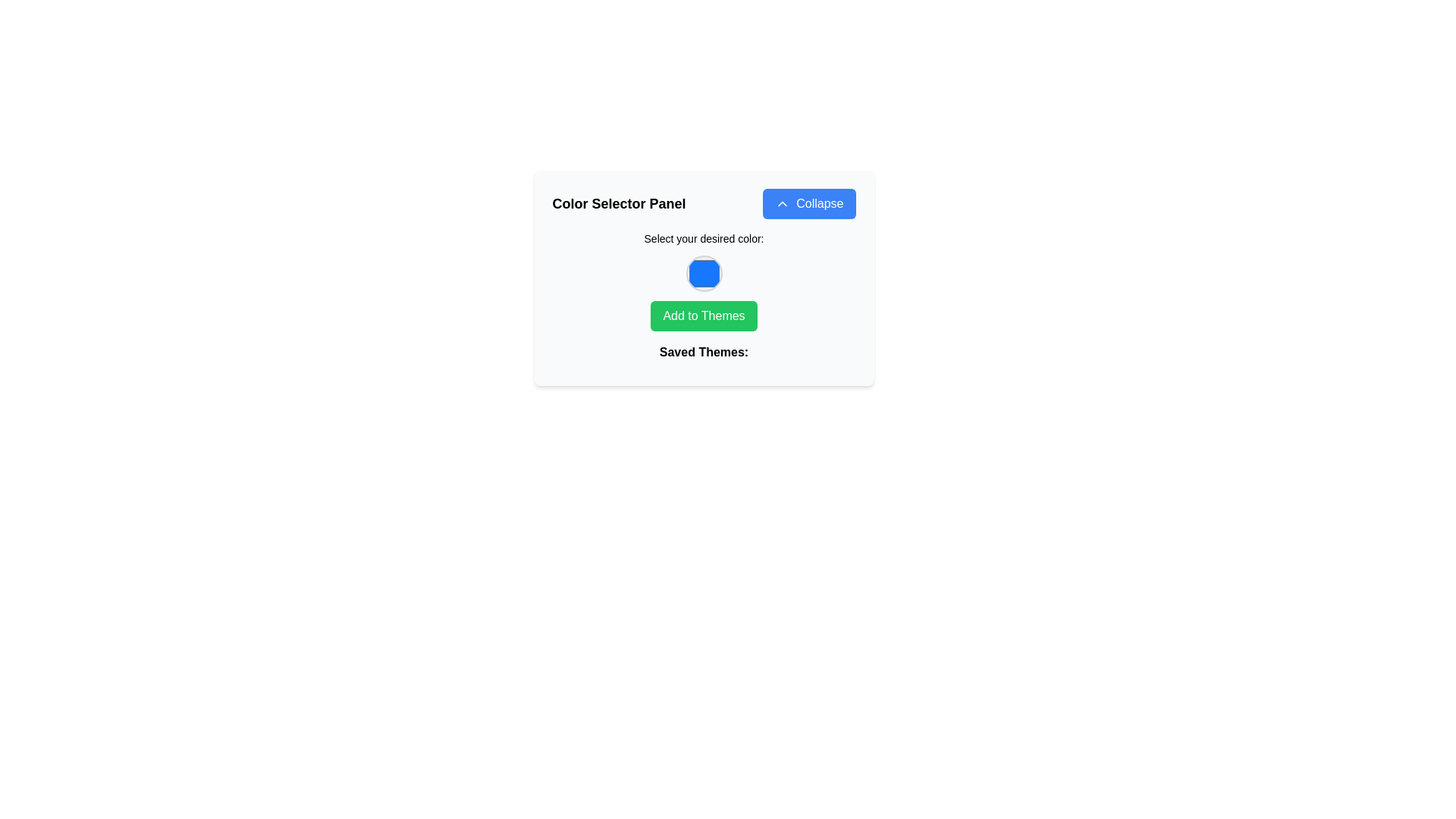 The image size is (1456, 819). What do you see at coordinates (703, 315) in the screenshot?
I see `the 'Add to Themes' button, which has a green background and white text, located below the color indicator and the text label 'Select your desired color'` at bounding box center [703, 315].